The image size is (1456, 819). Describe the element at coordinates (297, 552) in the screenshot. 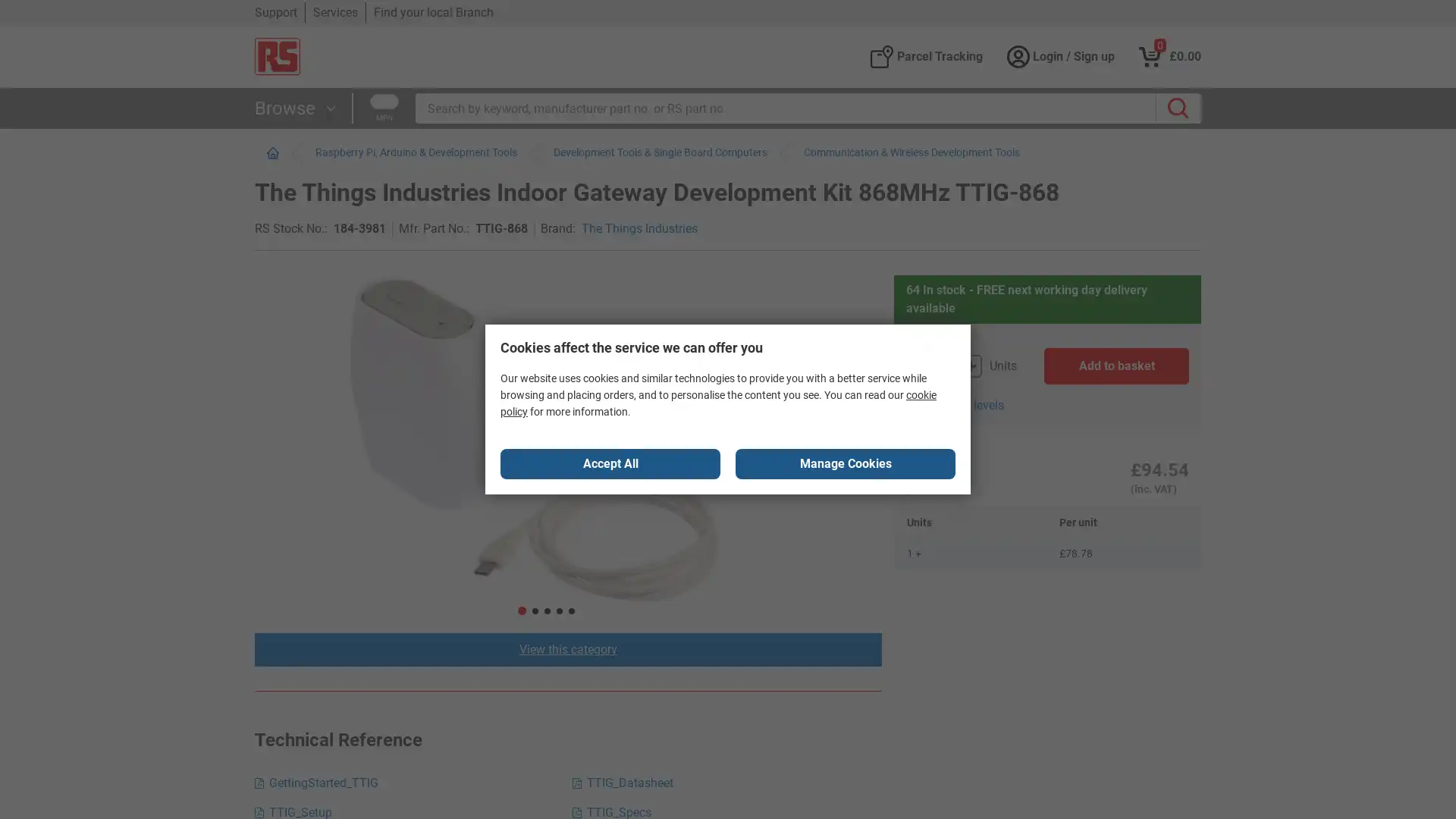

I see `Gallery asset 4 of 5` at that location.